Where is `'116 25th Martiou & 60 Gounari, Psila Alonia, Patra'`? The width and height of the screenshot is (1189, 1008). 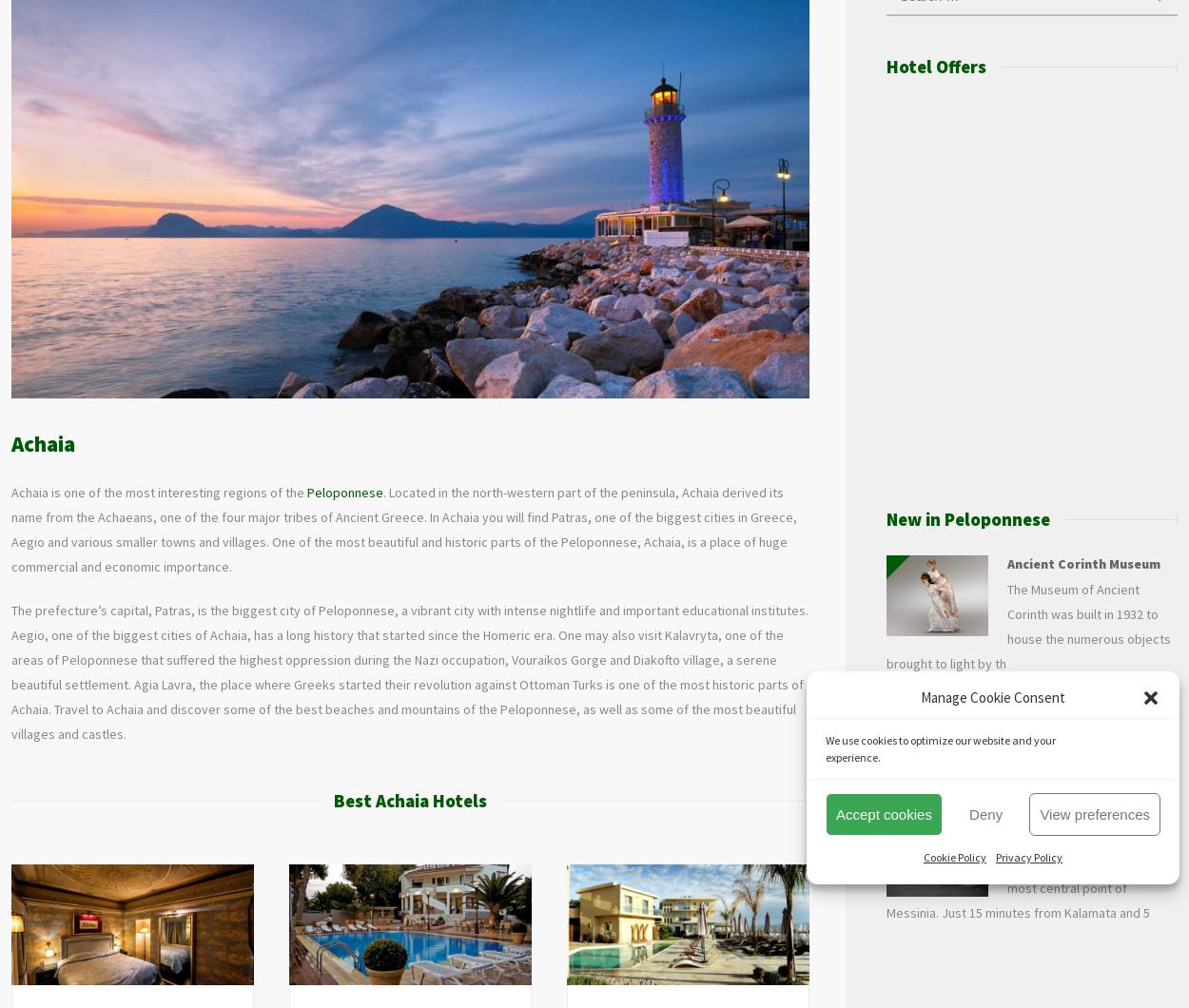 '116 25th Martiou & 60 Gounari, Psila Alonia, Patra' is located at coordinates (57, 976).